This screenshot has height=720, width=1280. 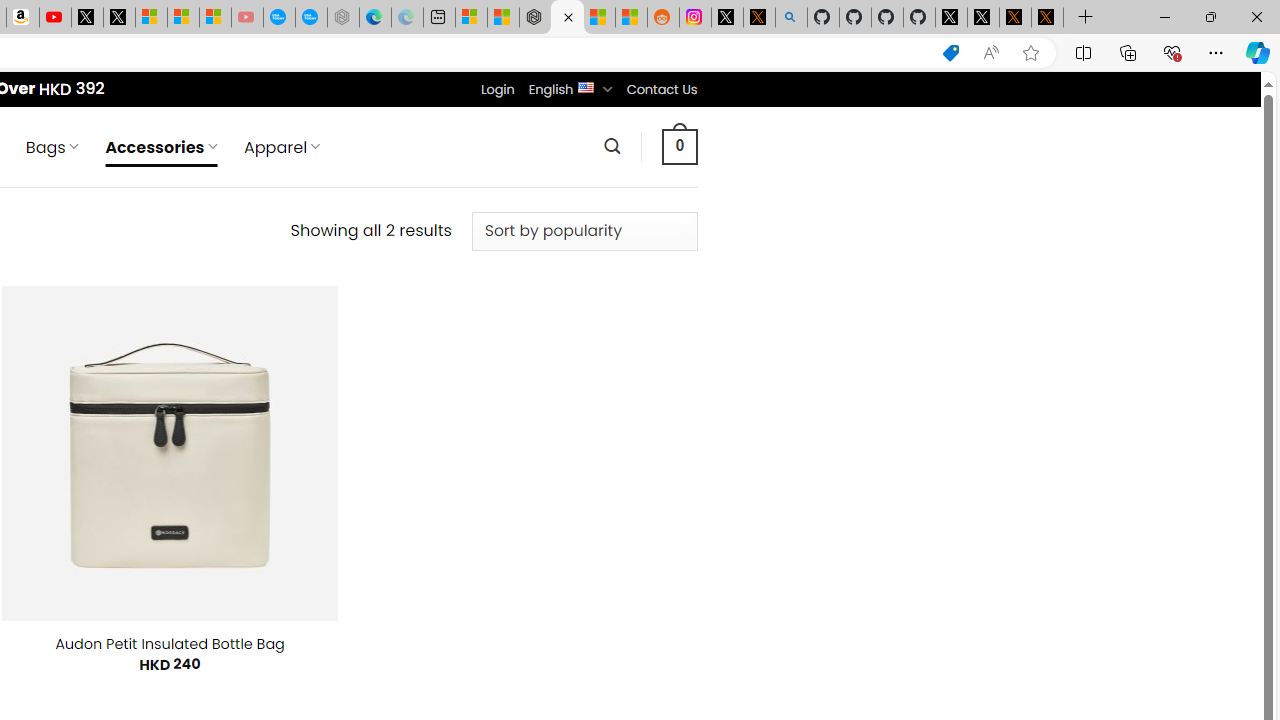 What do you see at coordinates (1046, 17) in the screenshot?
I see `'X Privacy Policy'` at bounding box center [1046, 17].